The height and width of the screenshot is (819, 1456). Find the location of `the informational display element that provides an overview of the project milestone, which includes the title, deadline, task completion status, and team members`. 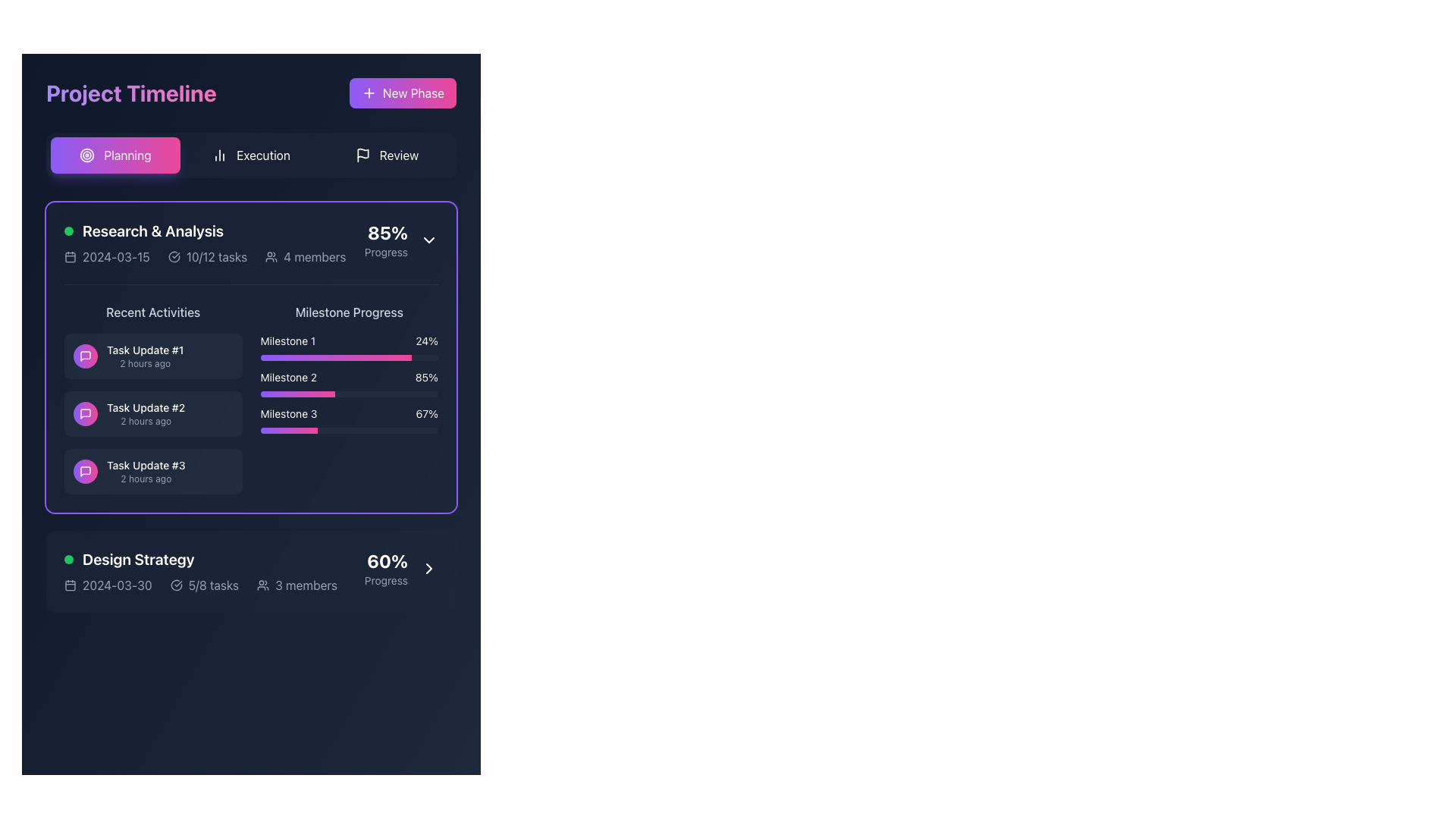

the informational display element that provides an overview of the project milestone, which includes the title, deadline, task completion status, and team members is located at coordinates (199, 571).